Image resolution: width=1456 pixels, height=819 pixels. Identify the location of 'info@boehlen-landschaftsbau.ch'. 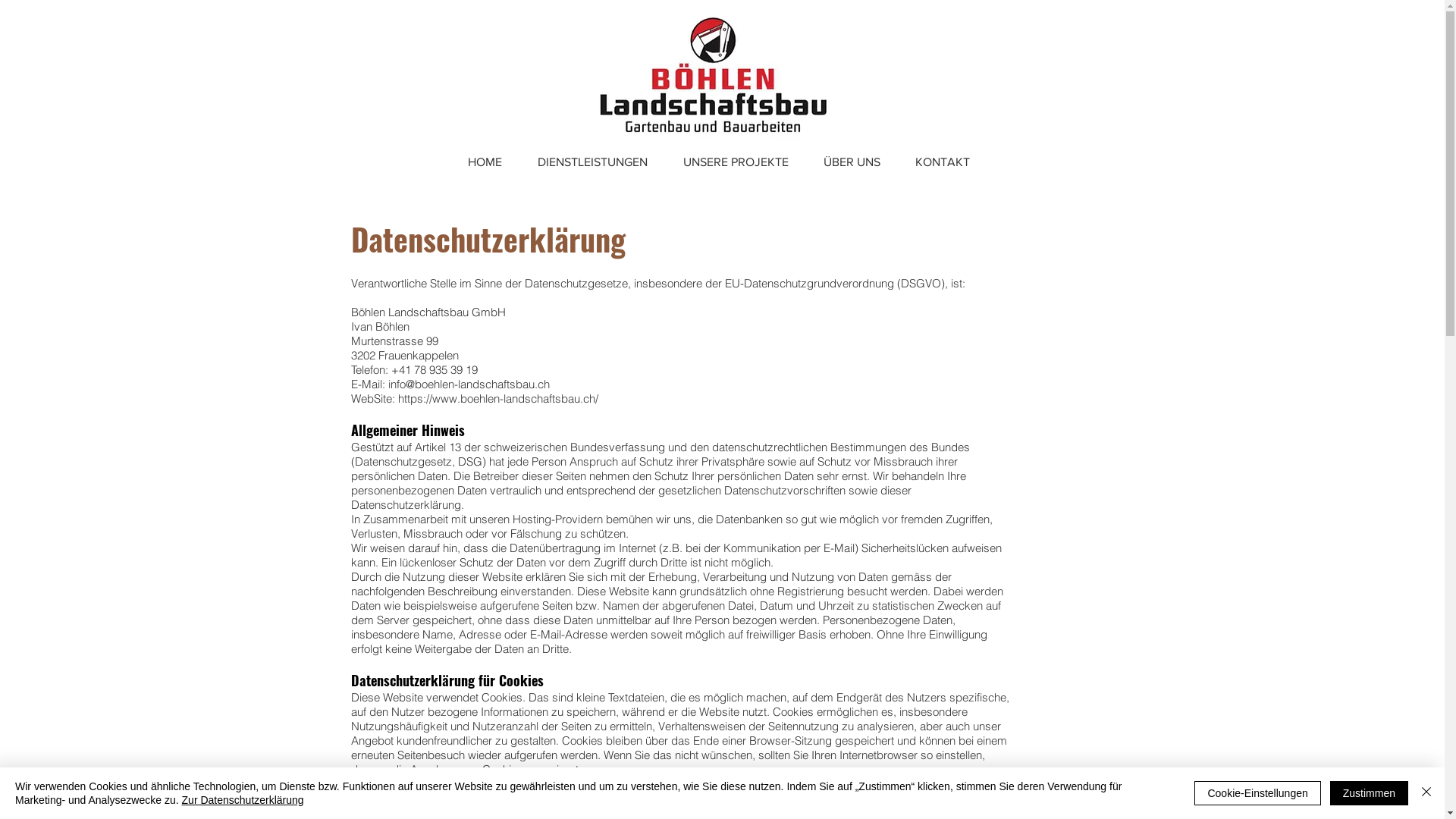
(468, 383).